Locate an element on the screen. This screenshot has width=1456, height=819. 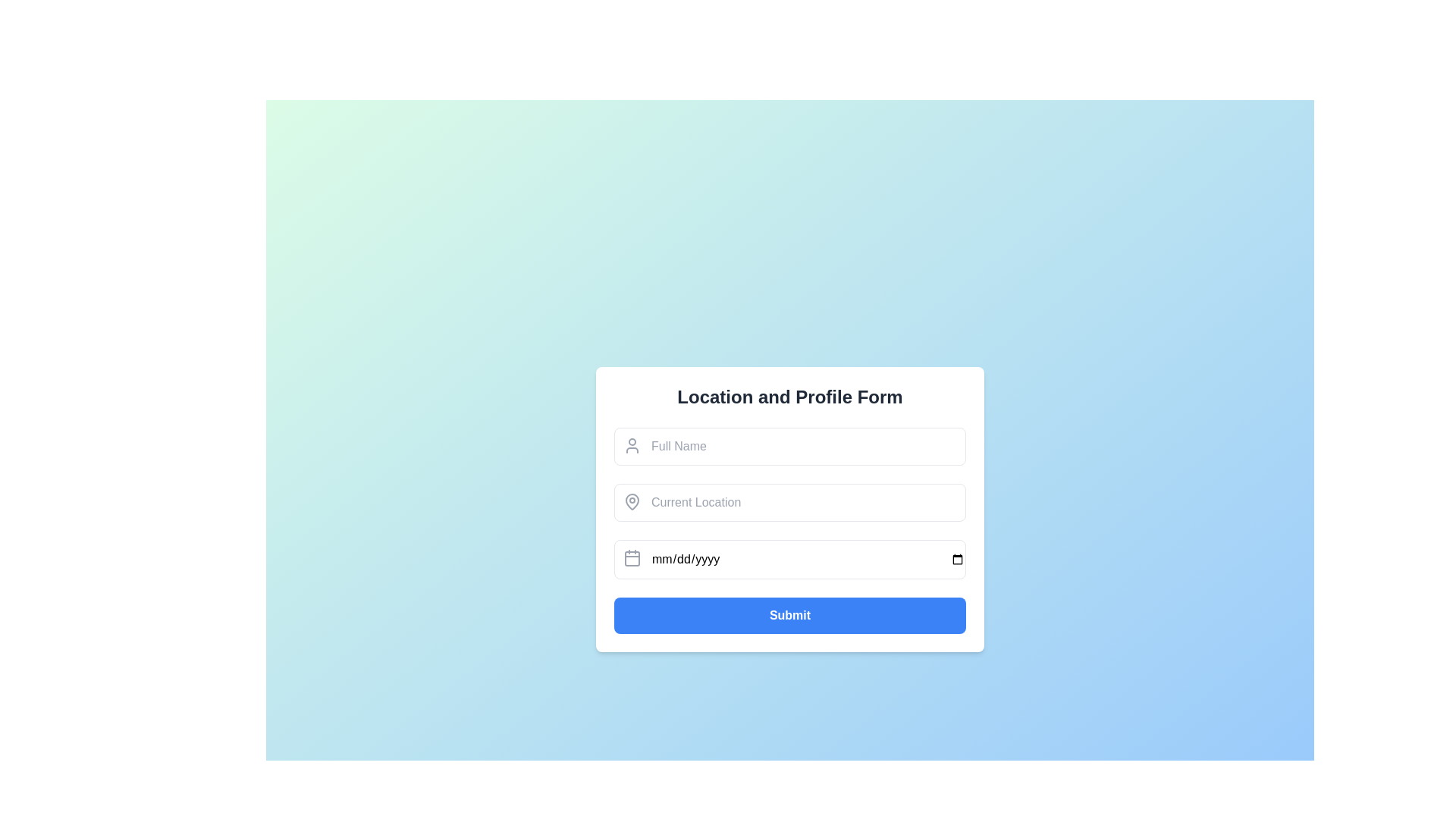
the map pin icon, which is a teardrop-shaped icon with a circular hole, styled in gray, located to the left of the 'Current Location' input field is located at coordinates (632, 500).